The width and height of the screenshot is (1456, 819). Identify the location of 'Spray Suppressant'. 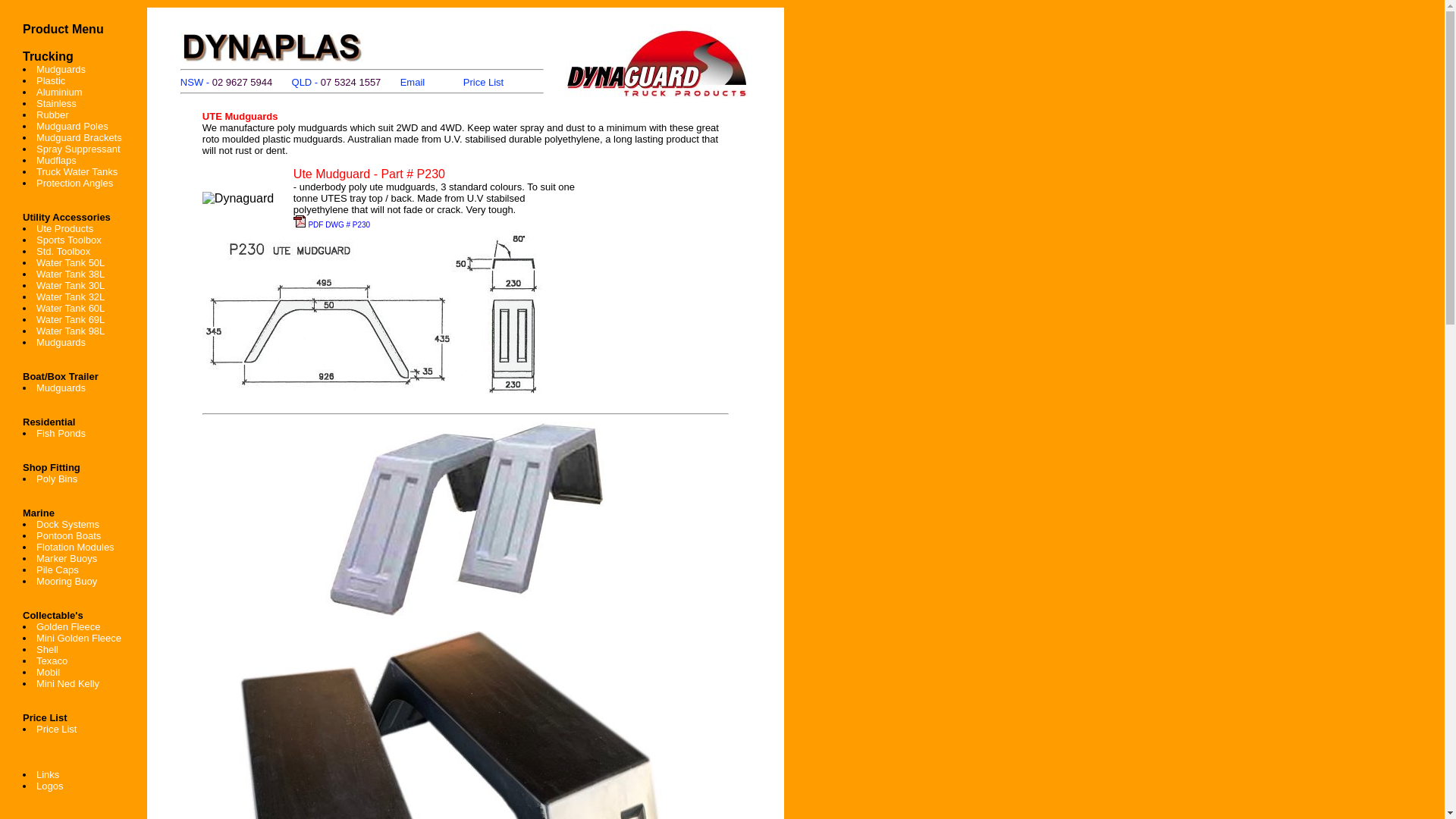
(36, 149).